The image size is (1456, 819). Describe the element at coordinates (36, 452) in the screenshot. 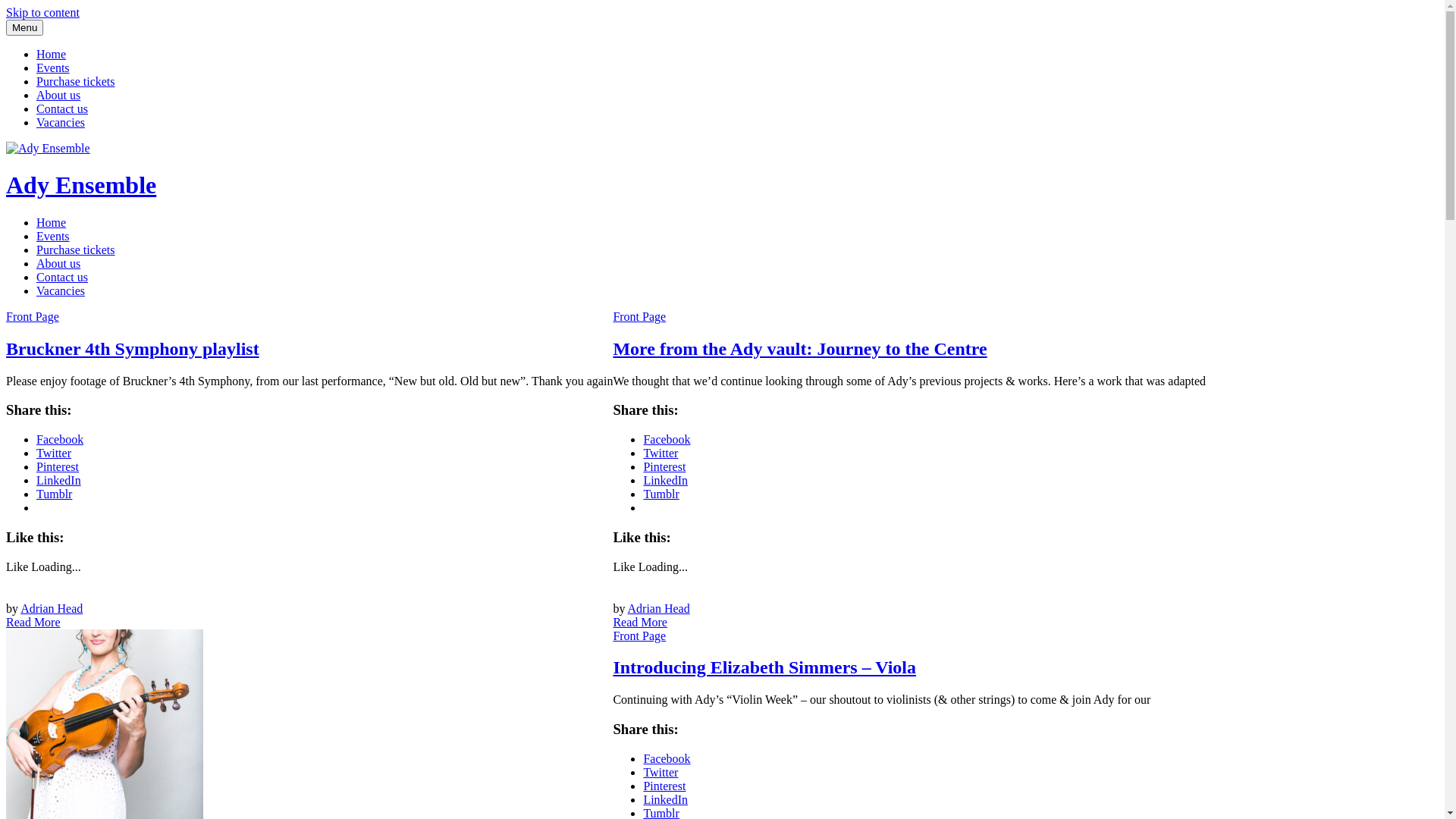

I see `'Twitter'` at that location.